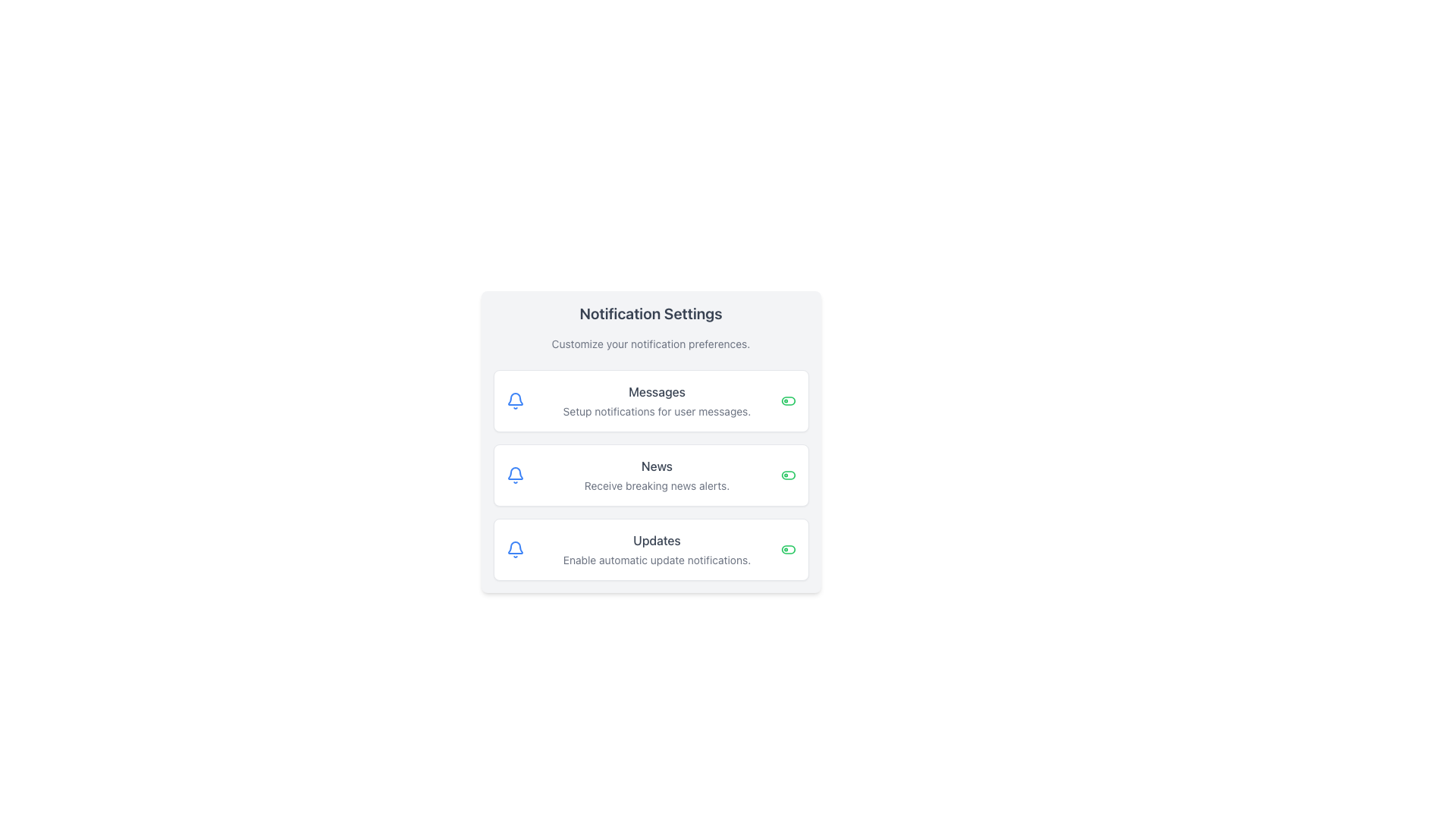 The width and height of the screenshot is (1456, 819). Describe the element at coordinates (788, 475) in the screenshot. I see `the left-side toggle switch for notifications labeled 'News' in the Notification Settings section, which is a green rectangular shape with rounded corners` at that location.